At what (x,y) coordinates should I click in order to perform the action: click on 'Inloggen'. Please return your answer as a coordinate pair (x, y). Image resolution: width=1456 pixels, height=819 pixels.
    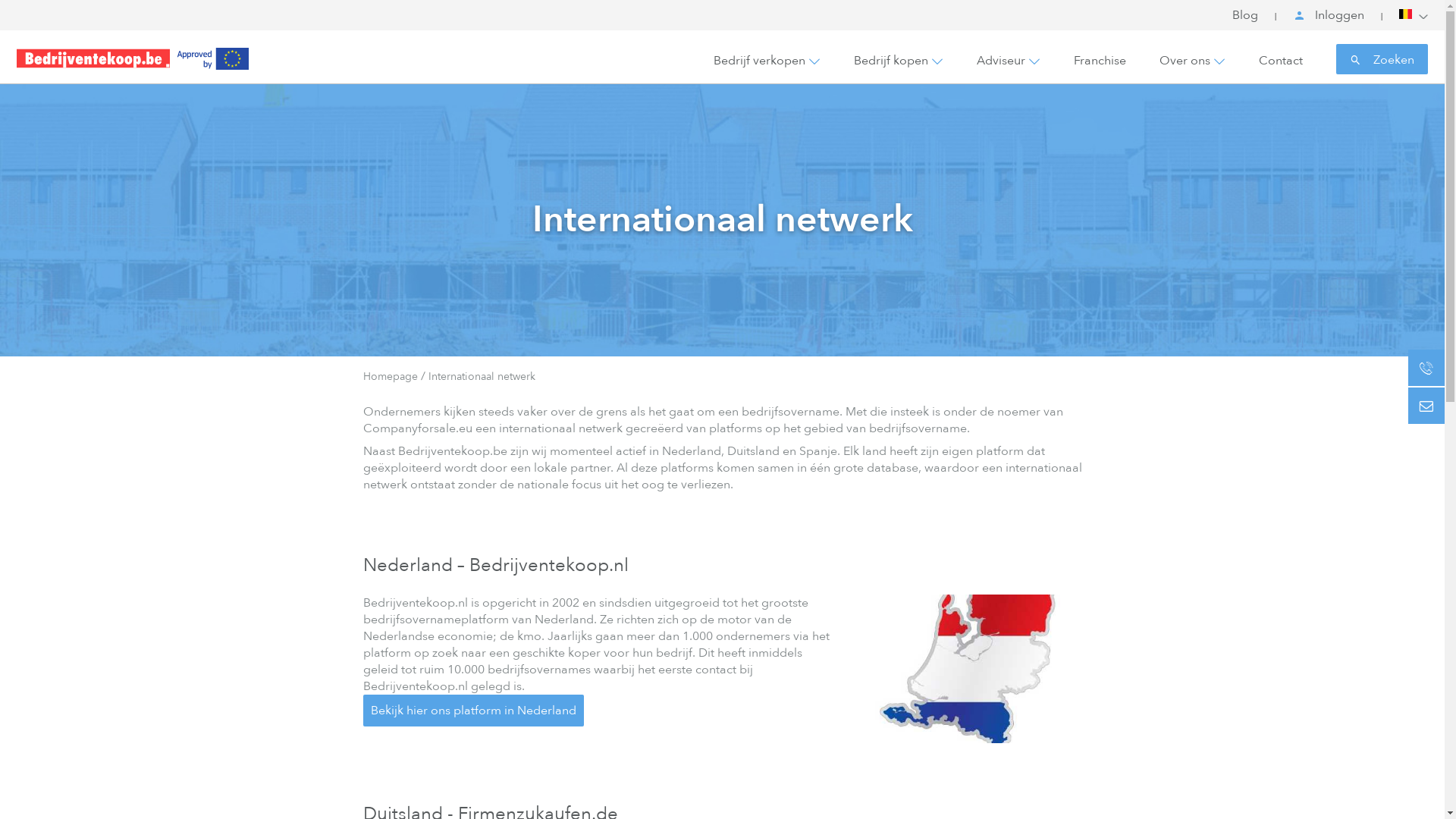
    Looking at the image, I should click on (1291, 18).